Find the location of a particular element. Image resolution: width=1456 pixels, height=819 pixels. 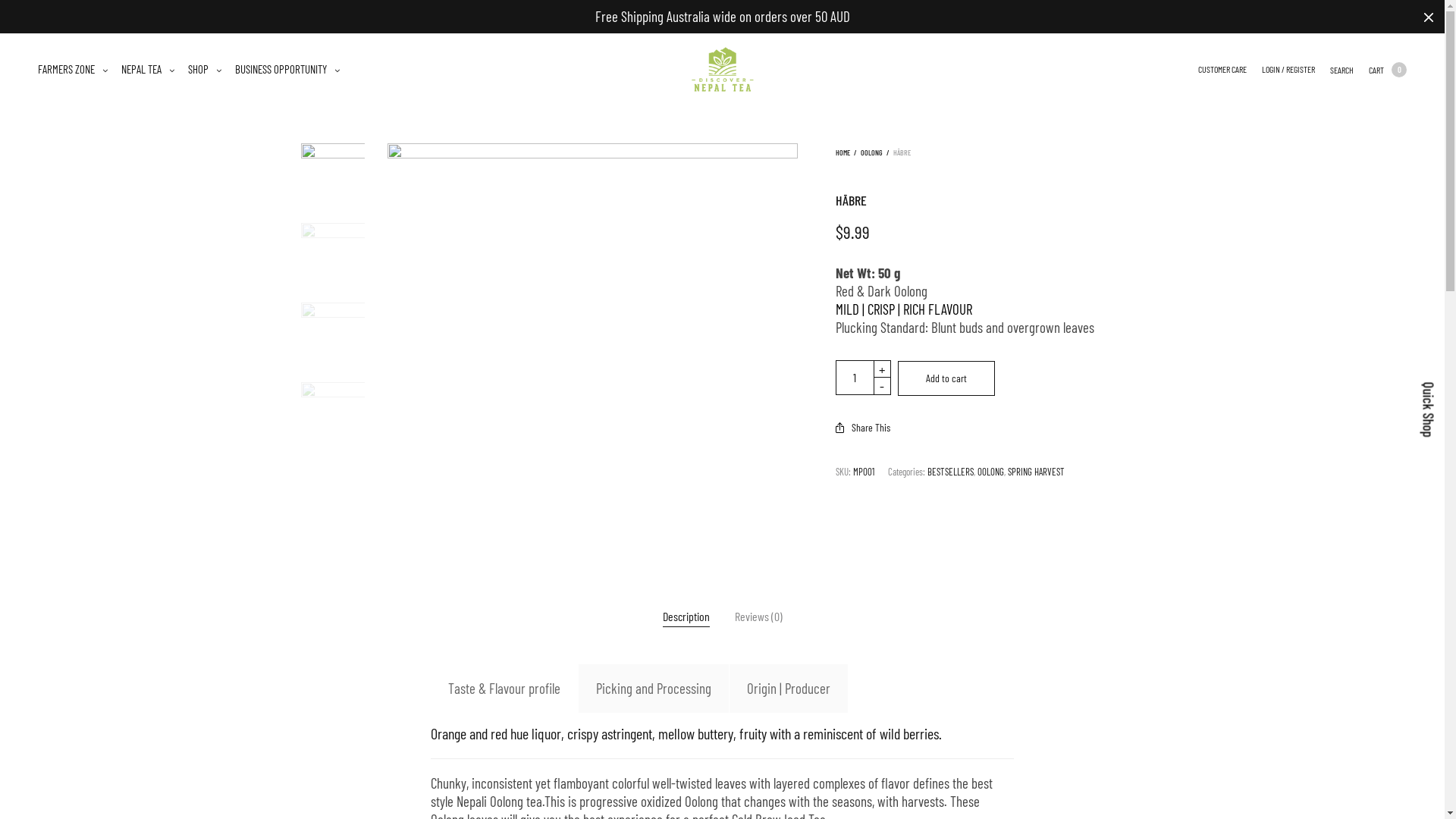

'Share This' is located at coordinates (835, 427).